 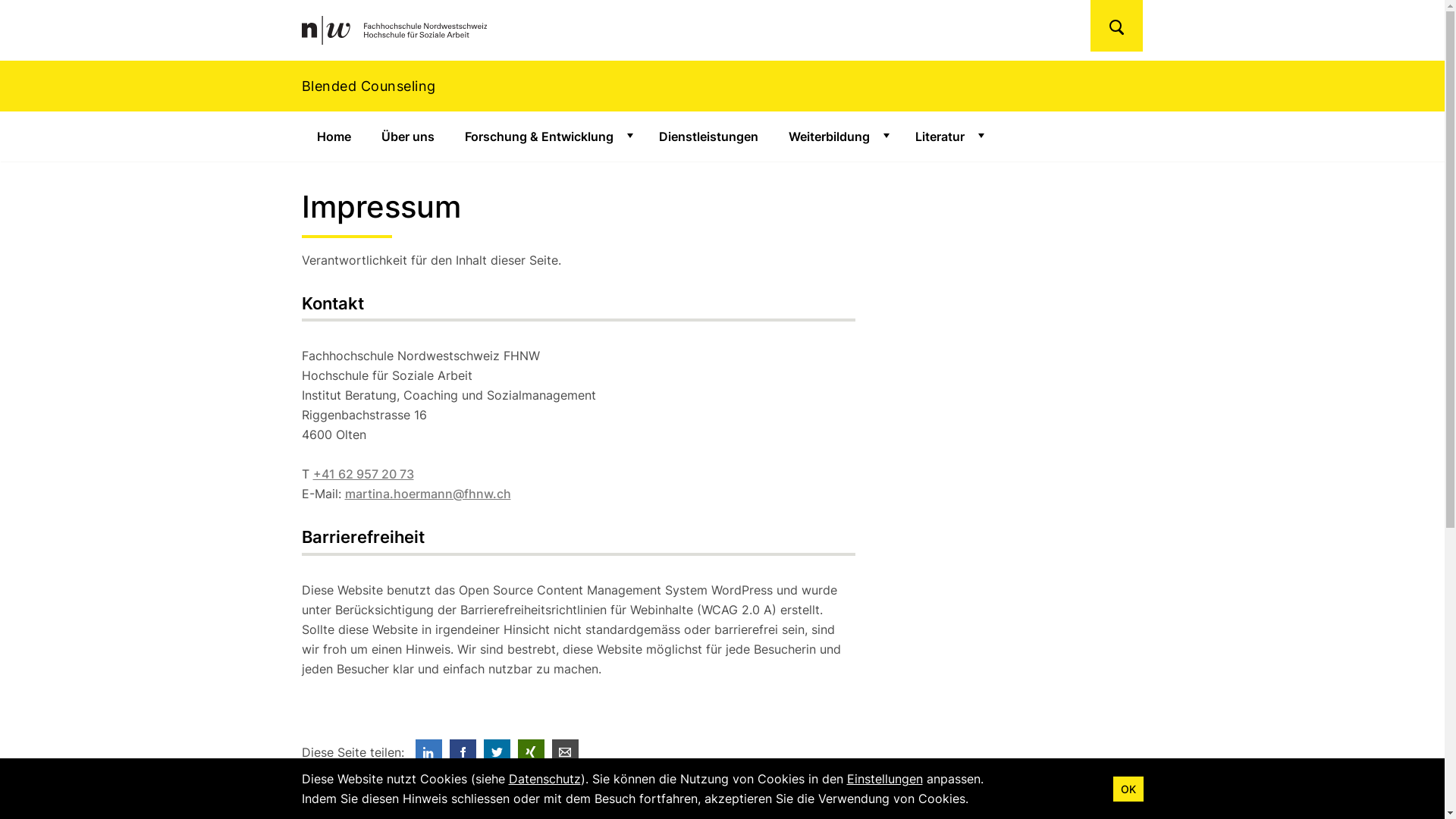 I want to click on 'Auf Xing teilen', so click(x=530, y=752).